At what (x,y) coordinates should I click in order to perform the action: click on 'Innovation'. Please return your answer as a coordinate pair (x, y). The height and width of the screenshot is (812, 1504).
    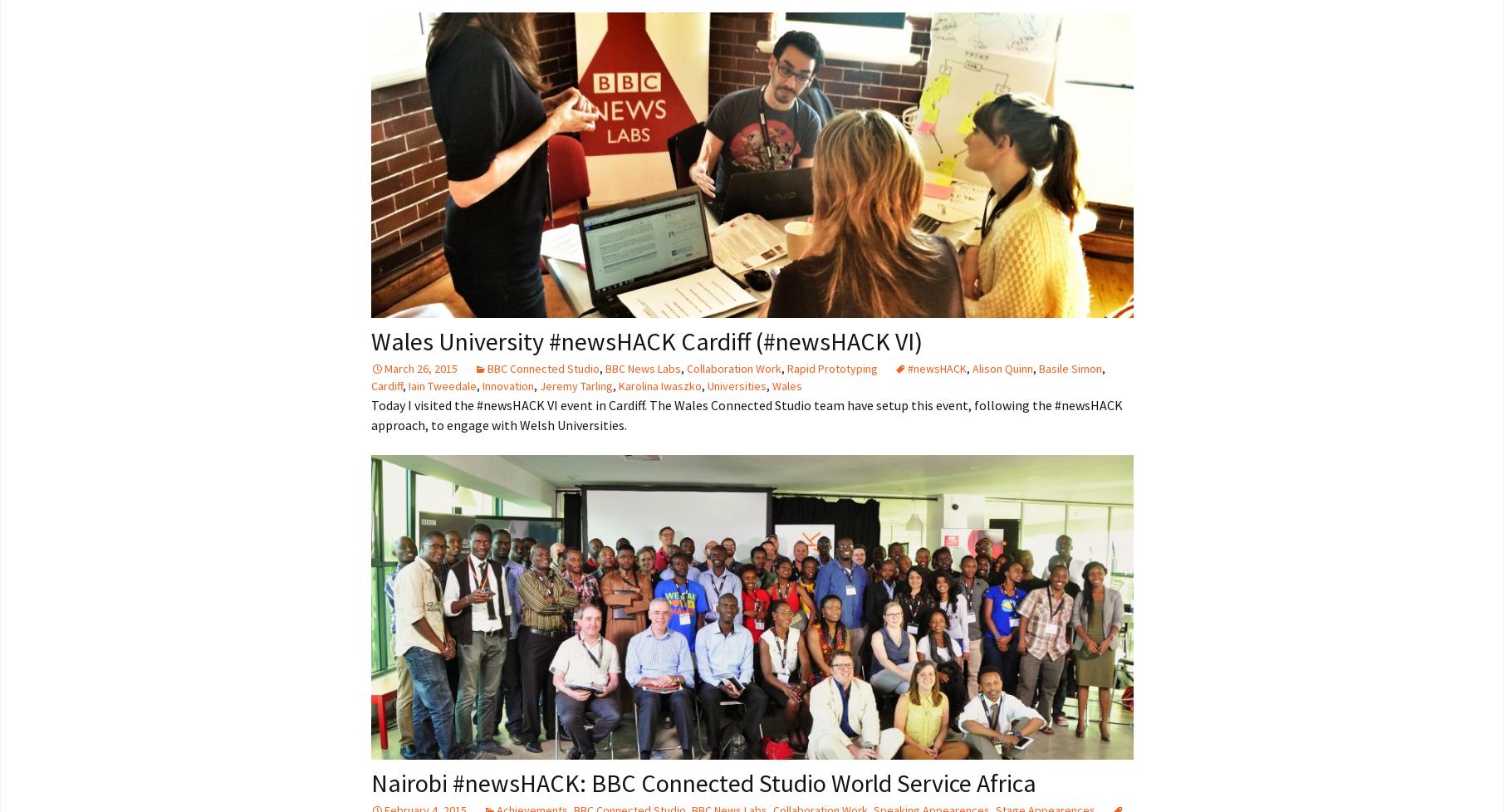
    Looking at the image, I should click on (507, 384).